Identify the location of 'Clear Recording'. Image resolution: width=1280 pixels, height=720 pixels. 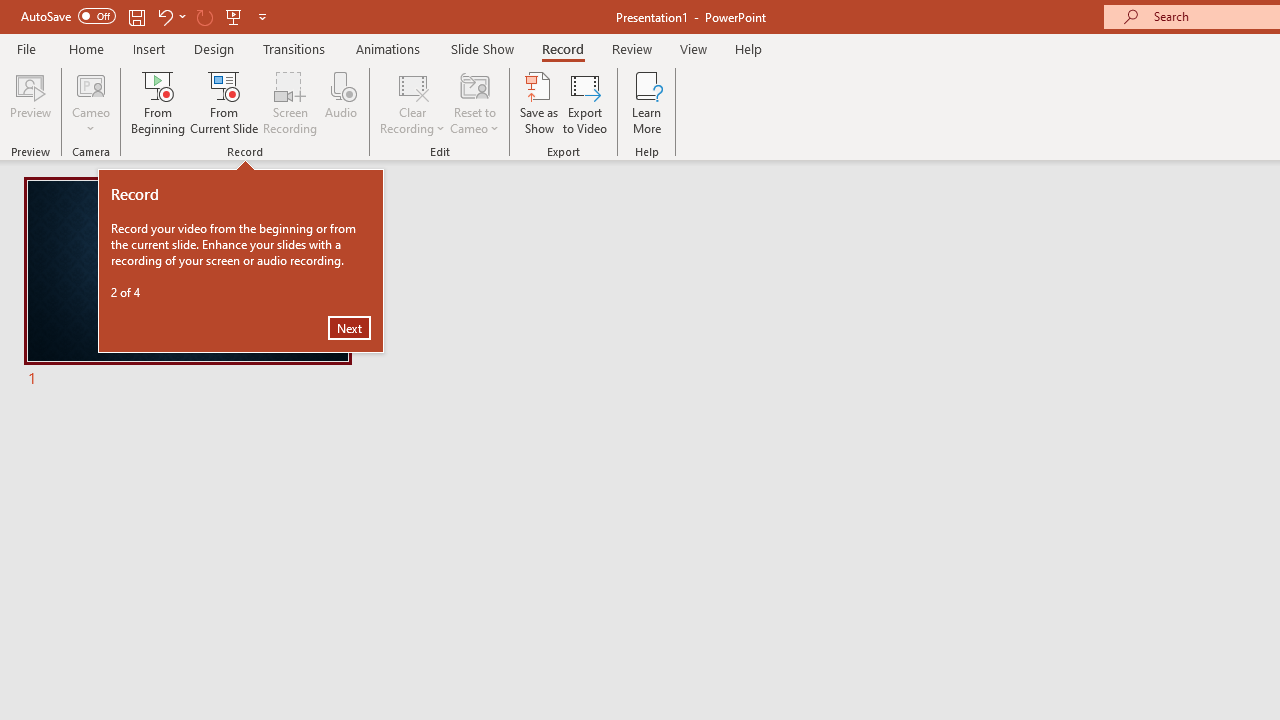
(411, 103).